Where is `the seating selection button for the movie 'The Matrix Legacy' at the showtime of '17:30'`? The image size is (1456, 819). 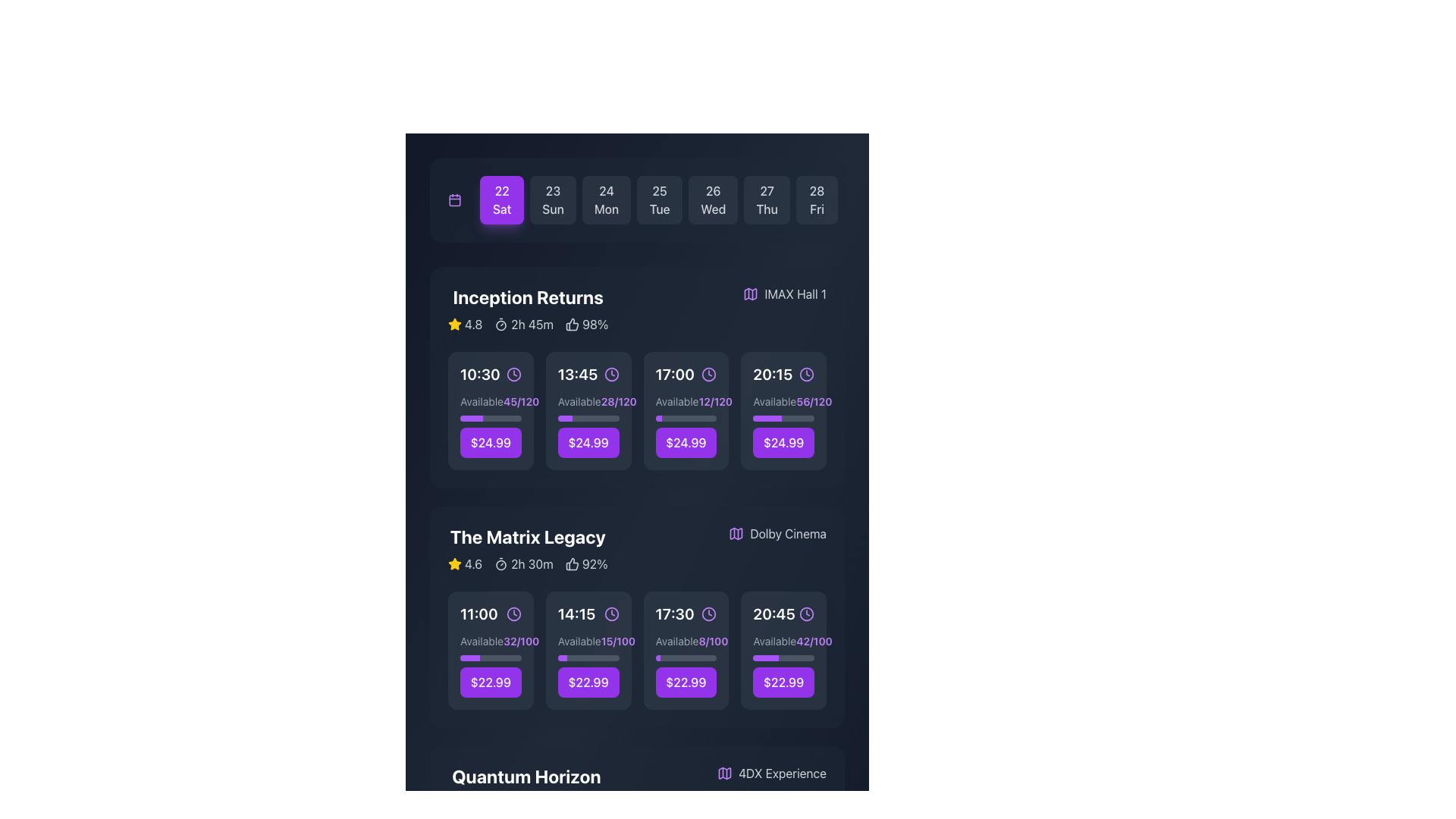
the seating selection button for the movie 'The Matrix Legacy' at the showtime of '17:30' is located at coordinates (685, 649).